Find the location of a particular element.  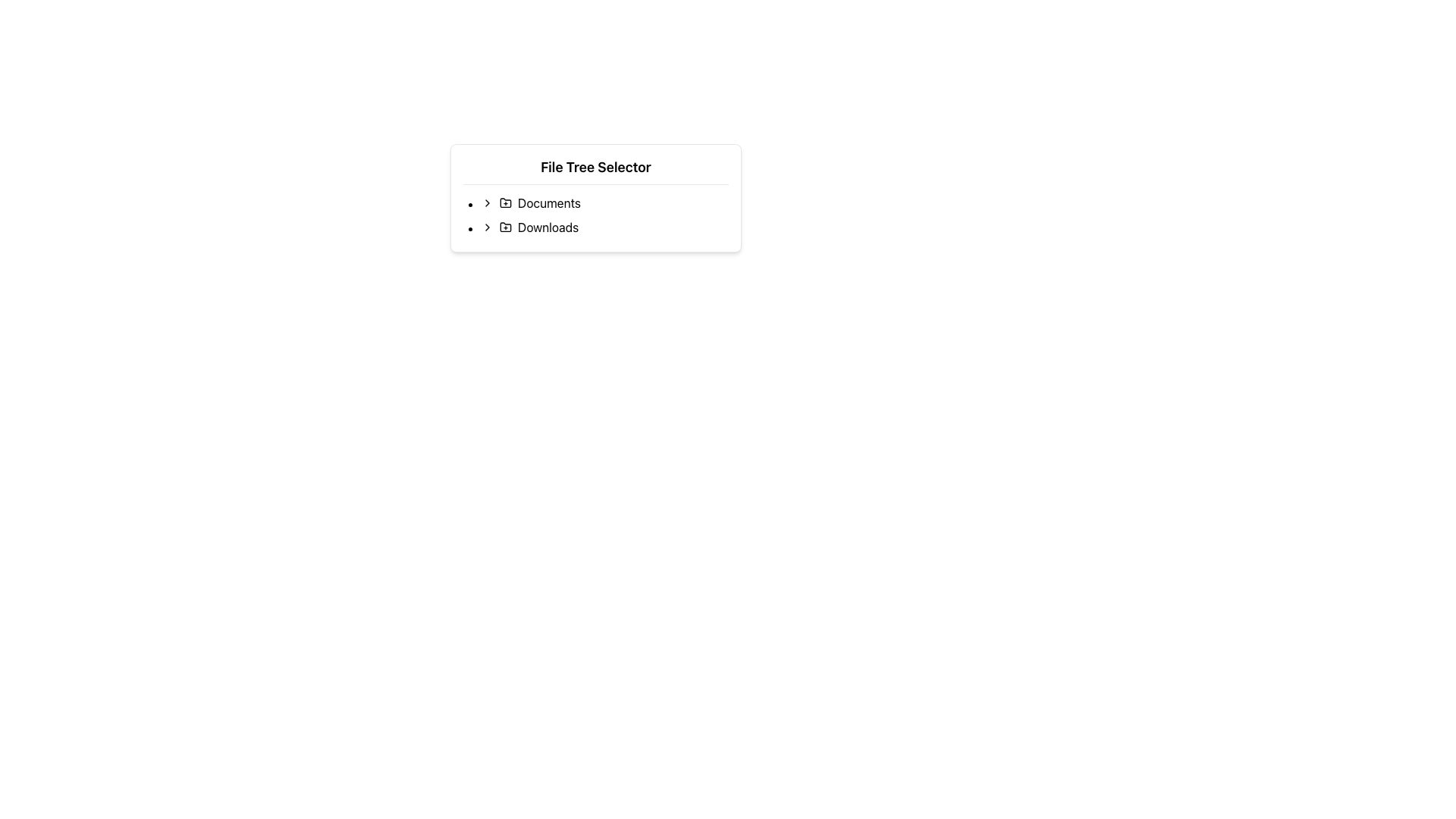

the right-facing chevron icon, which is a minimalist outline with a black stroke is located at coordinates (488, 202).